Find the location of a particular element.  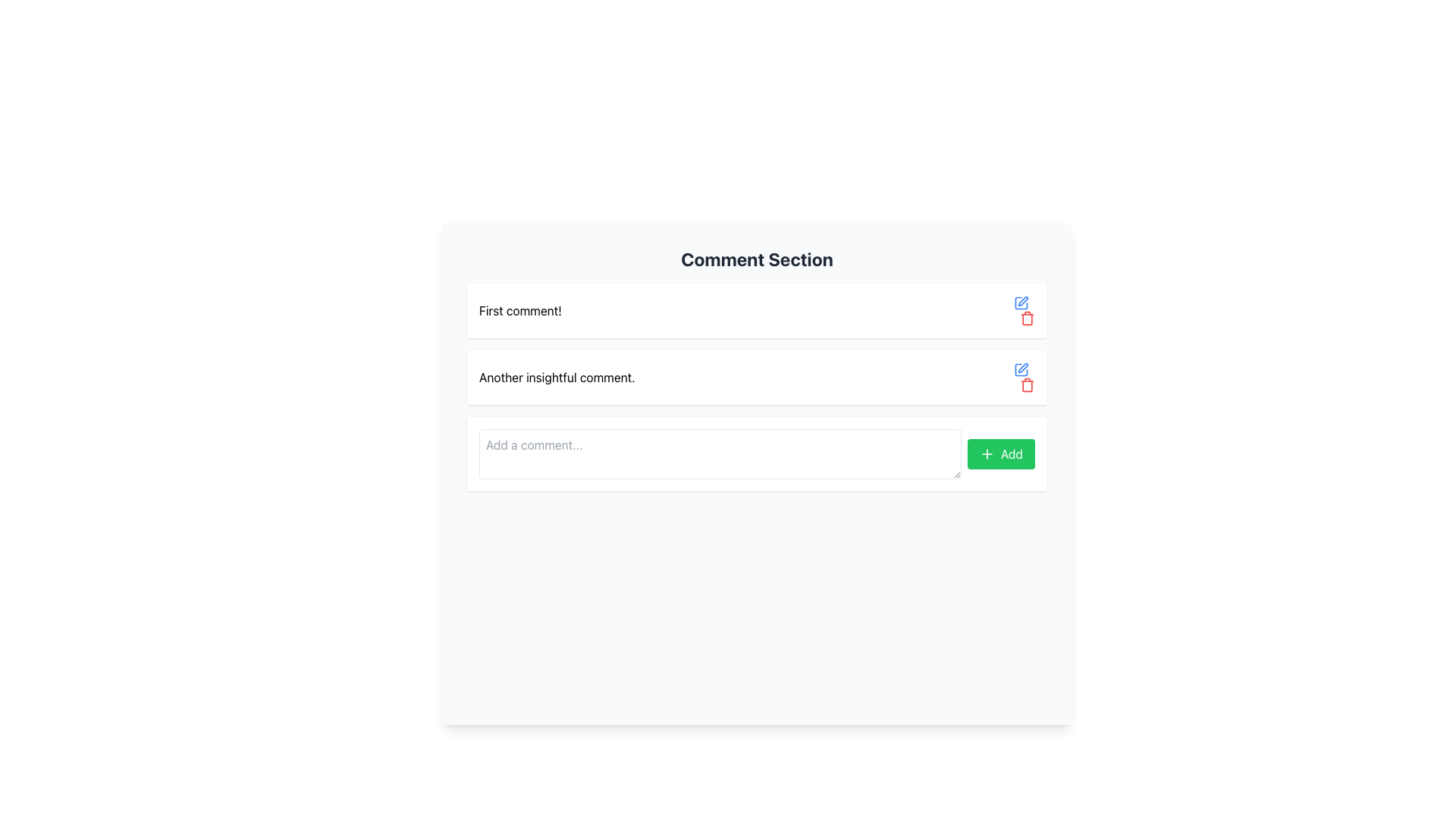

the delete button, which is the second icon in a set positioned to the right of the comment text box, to change its color is located at coordinates (1027, 318).